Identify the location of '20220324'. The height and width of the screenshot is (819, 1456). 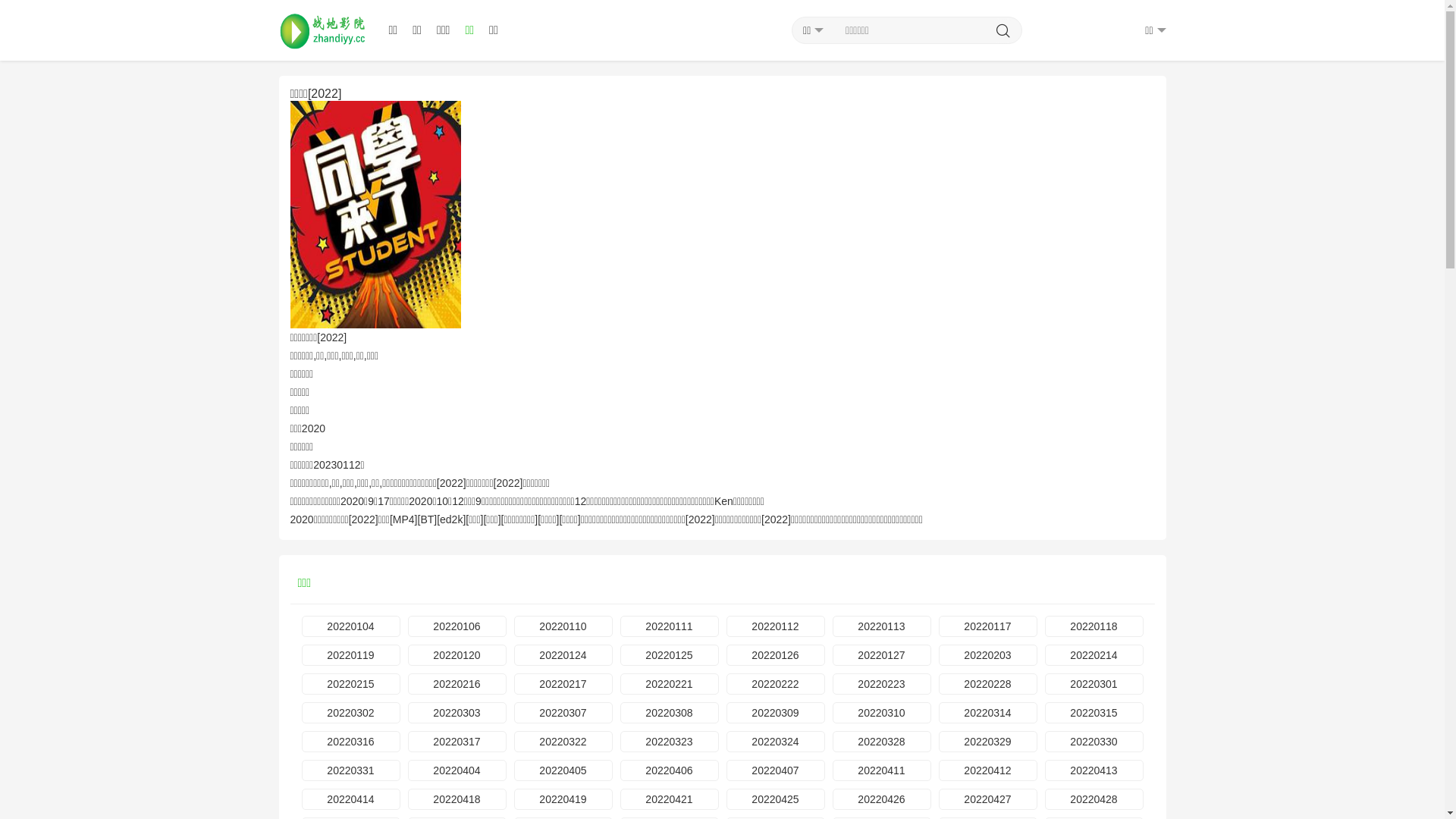
(726, 741).